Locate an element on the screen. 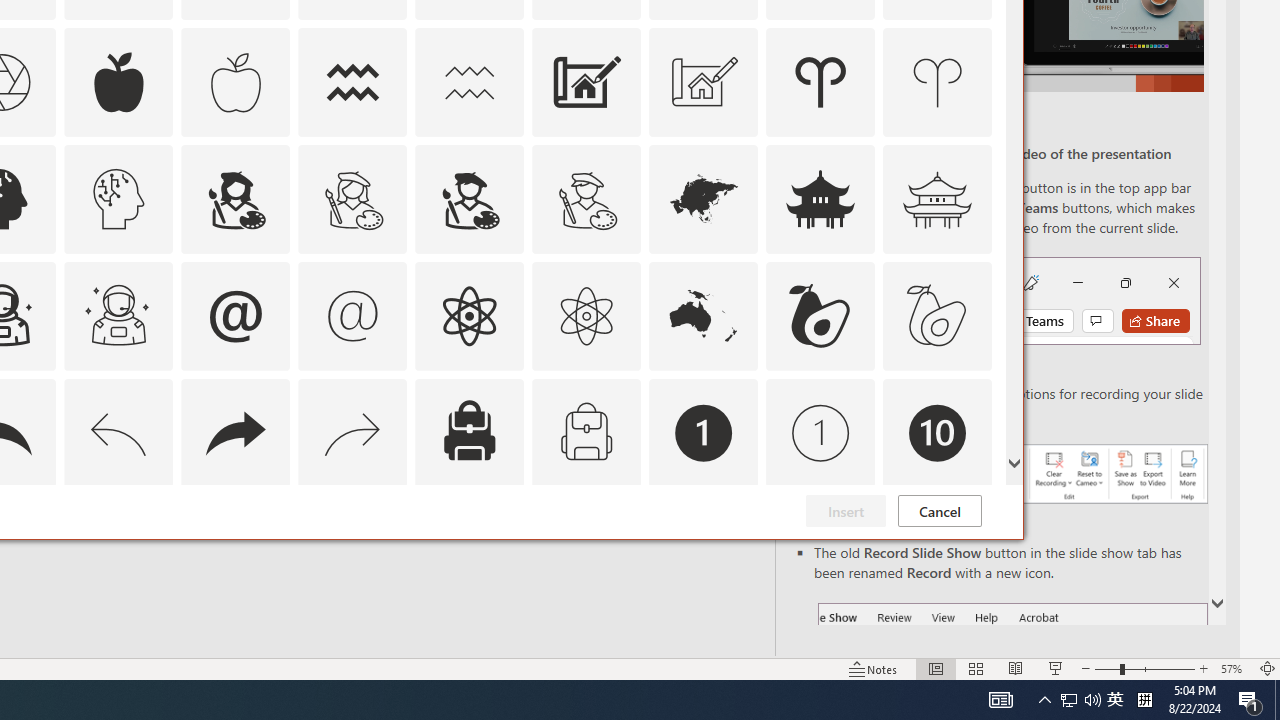 The width and height of the screenshot is (1280, 720). 'Zoom 57%' is located at coordinates (1233, 669).